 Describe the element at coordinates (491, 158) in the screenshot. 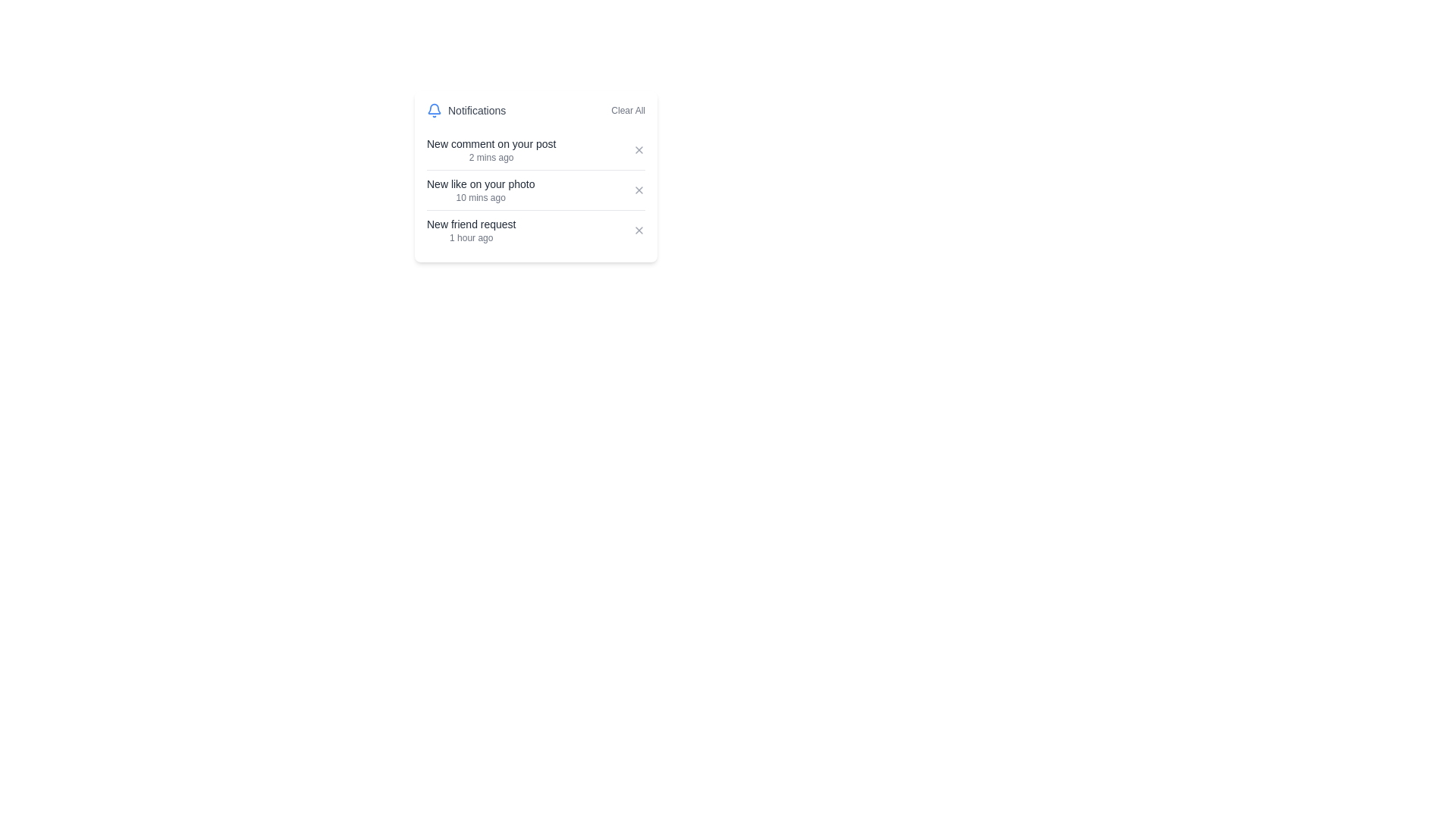

I see `the timestamp label that reads '2 mins ago', which is styled in gray and located beneath the main content 'New comment on your post' within the notification card` at that location.